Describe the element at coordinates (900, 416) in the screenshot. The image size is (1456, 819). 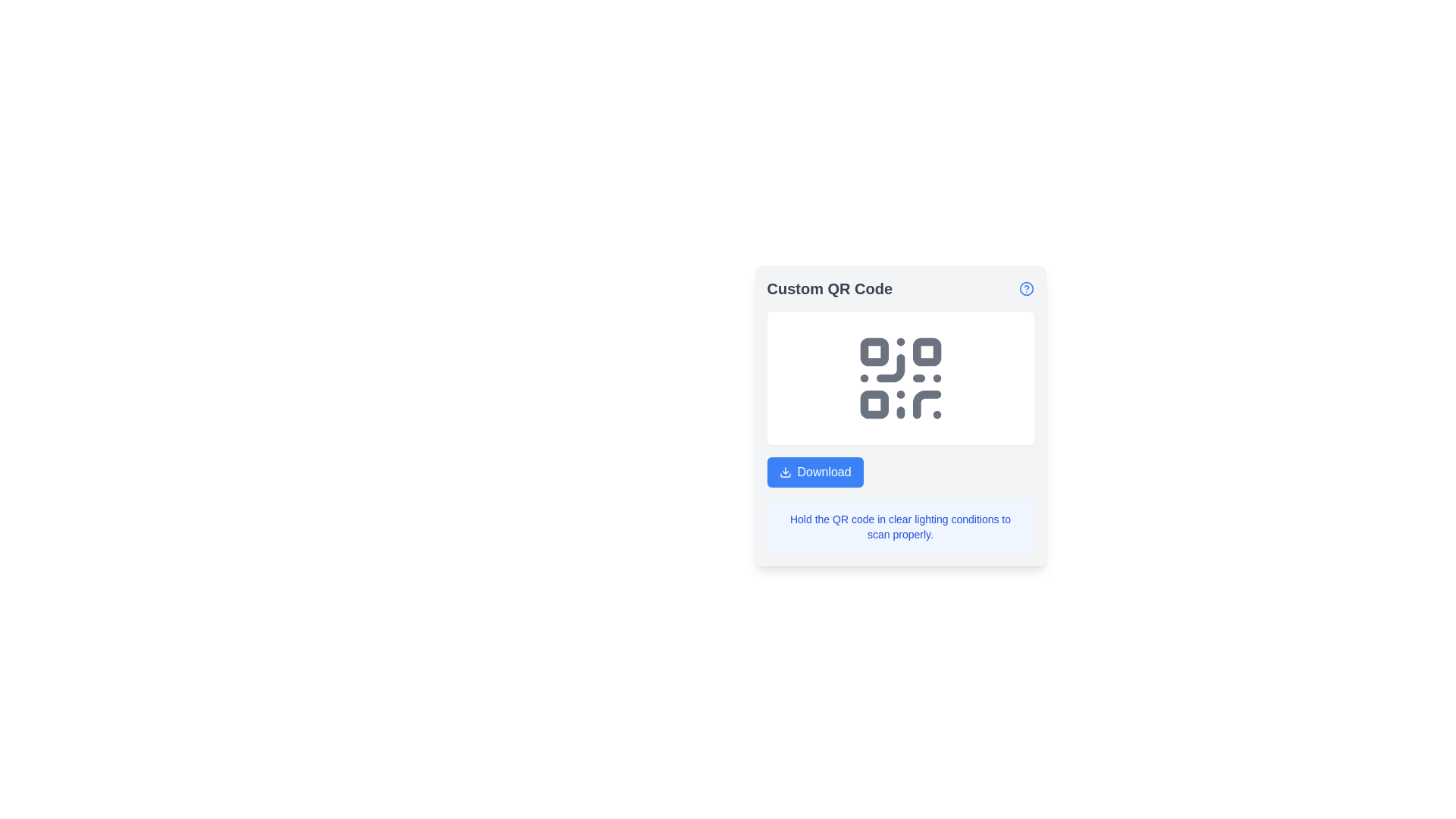
I see `the QR code display panel` at that location.